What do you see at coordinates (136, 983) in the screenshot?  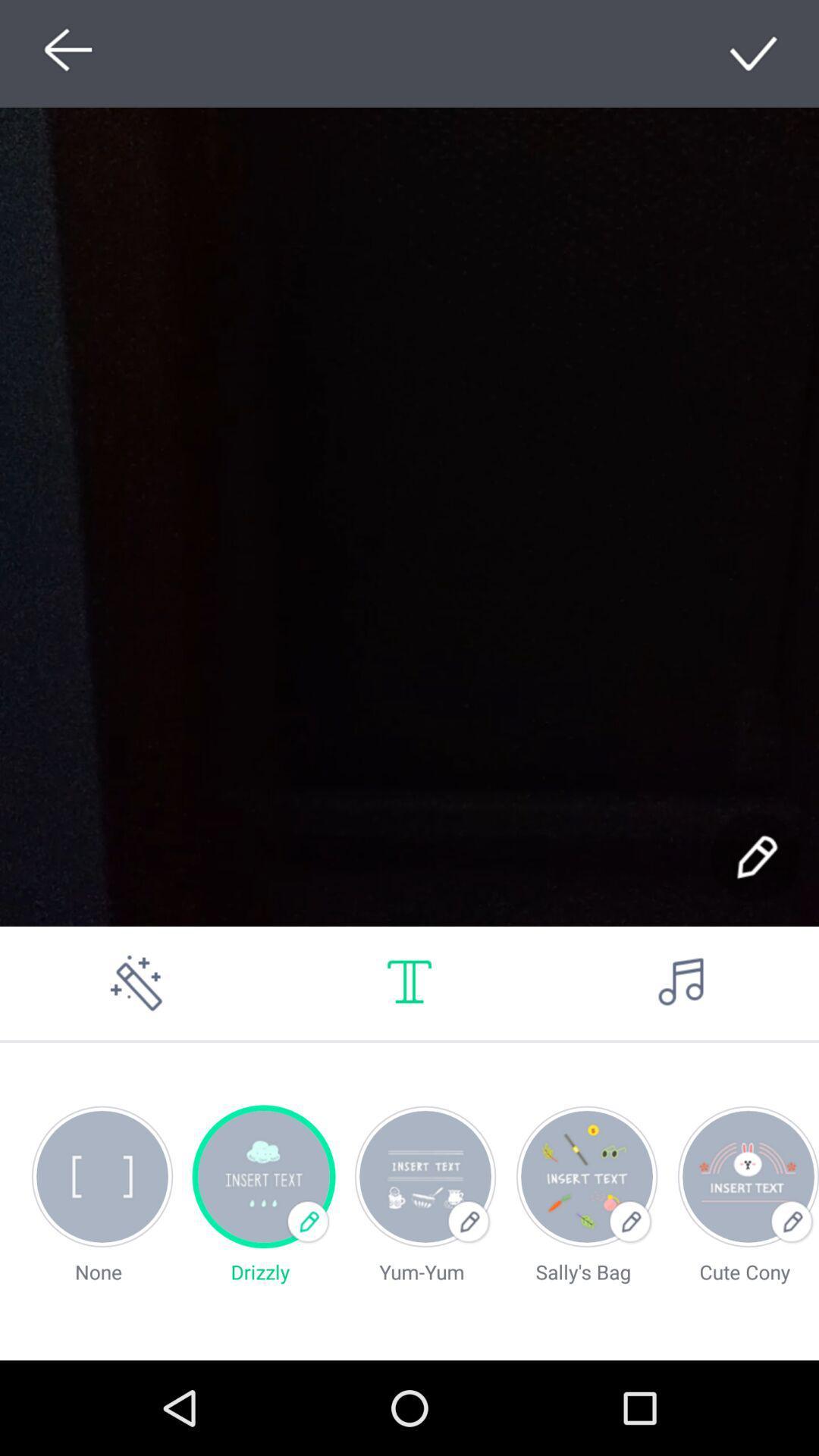 I see `rubber option` at bounding box center [136, 983].